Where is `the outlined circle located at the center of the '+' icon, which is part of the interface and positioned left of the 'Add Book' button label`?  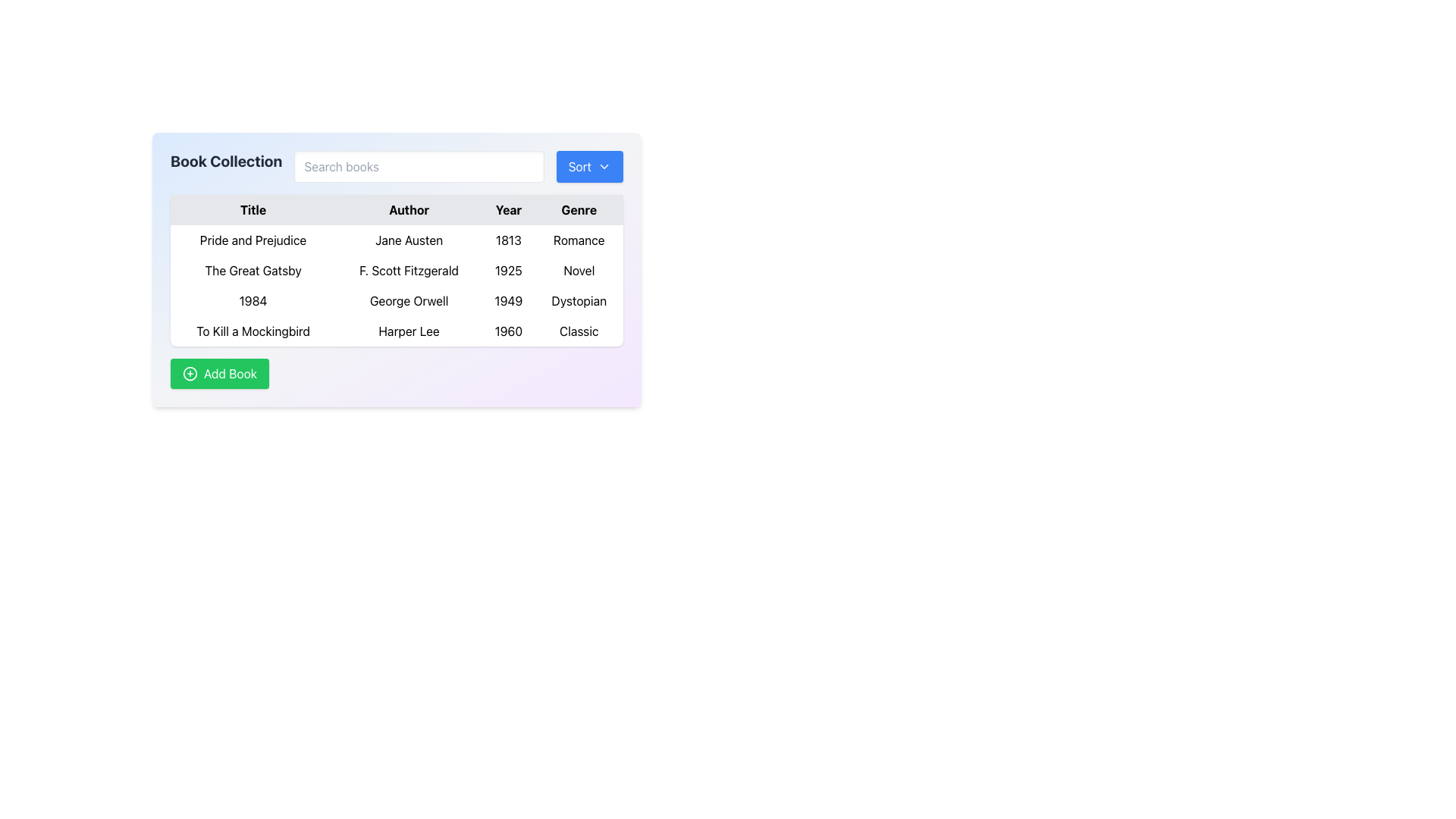
the outlined circle located at the center of the '+' icon, which is part of the interface and positioned left of the 'Add Book' button label is located at coordinates (189, 374).